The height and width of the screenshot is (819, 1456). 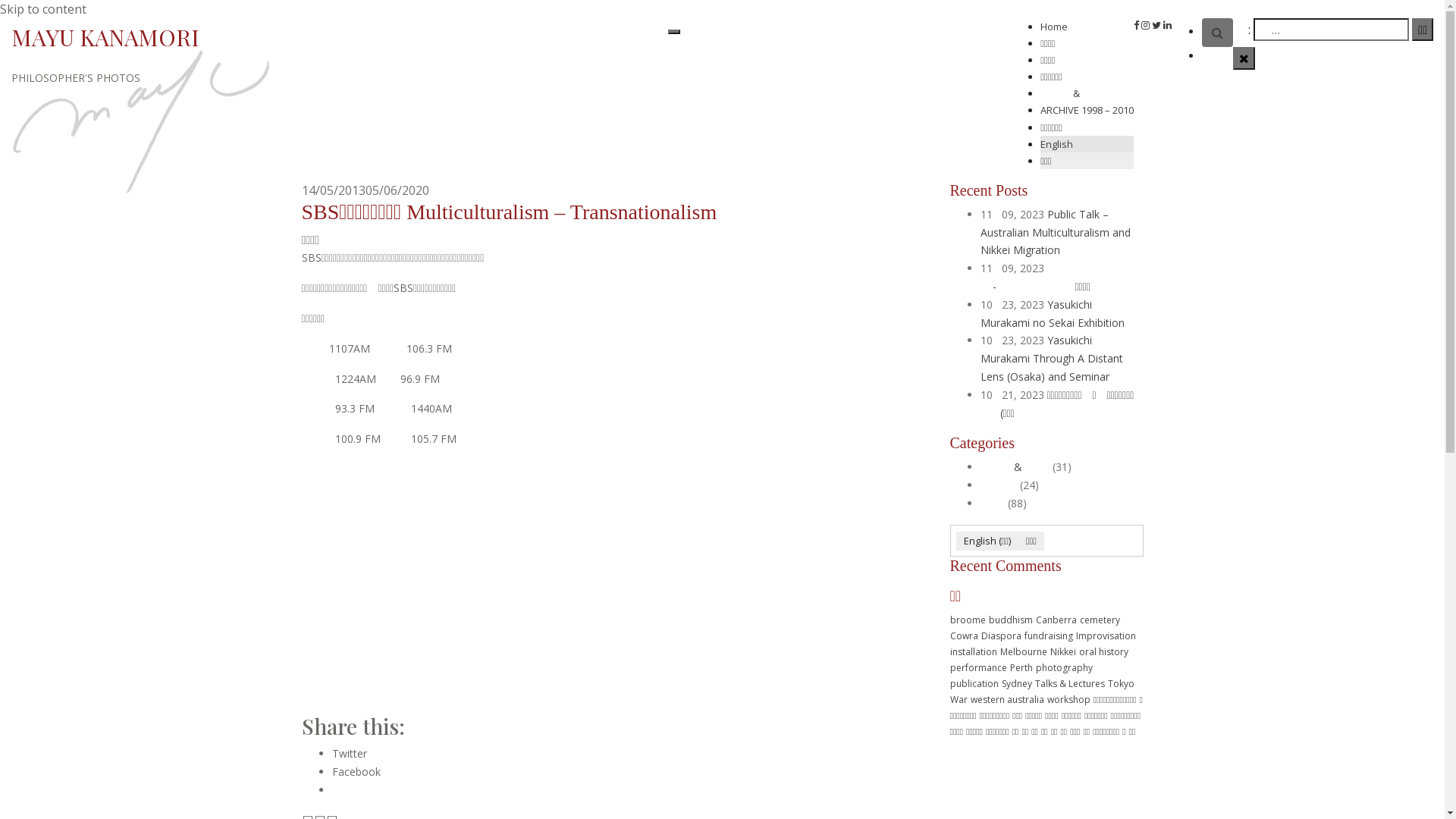 I want to click on 'Search Button', so click(x=1217, y=32).